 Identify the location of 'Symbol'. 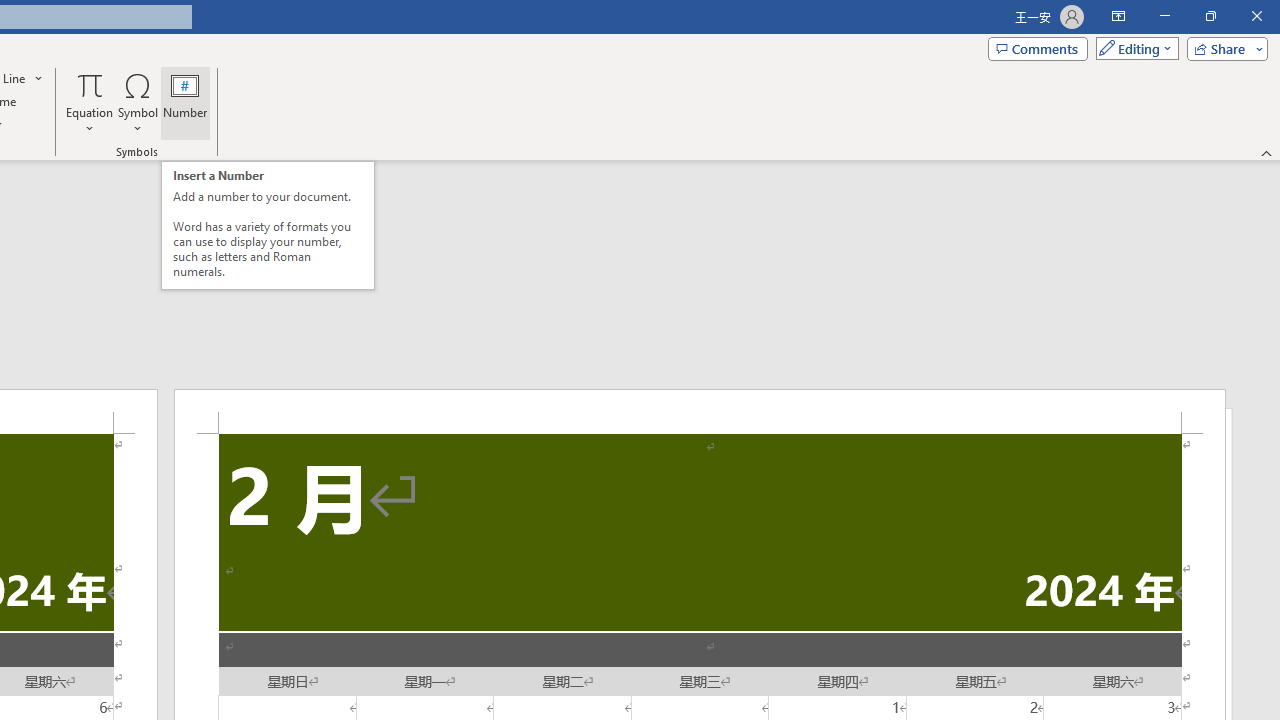
(137, 103).